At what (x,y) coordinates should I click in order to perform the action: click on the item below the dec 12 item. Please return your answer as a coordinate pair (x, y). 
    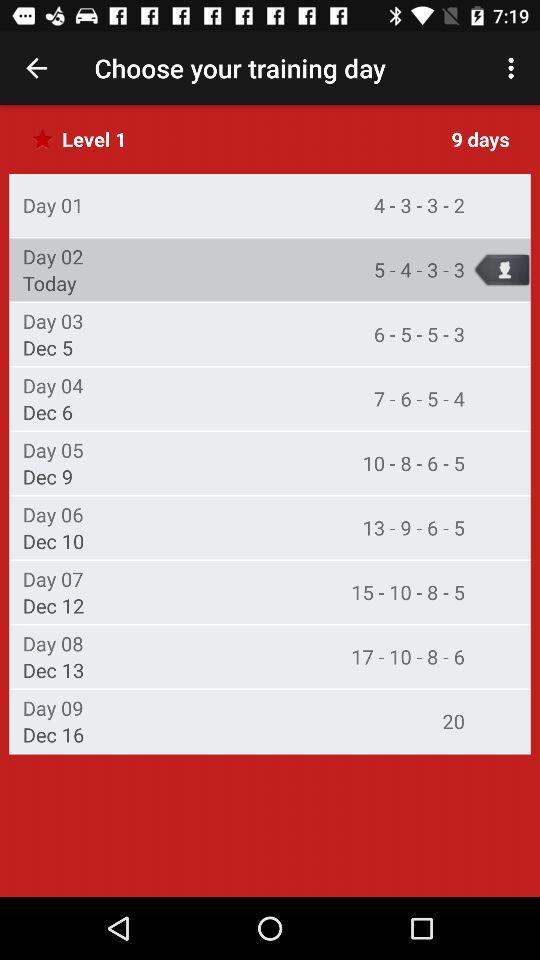
    Looking at the image, I should click on (53, 642).